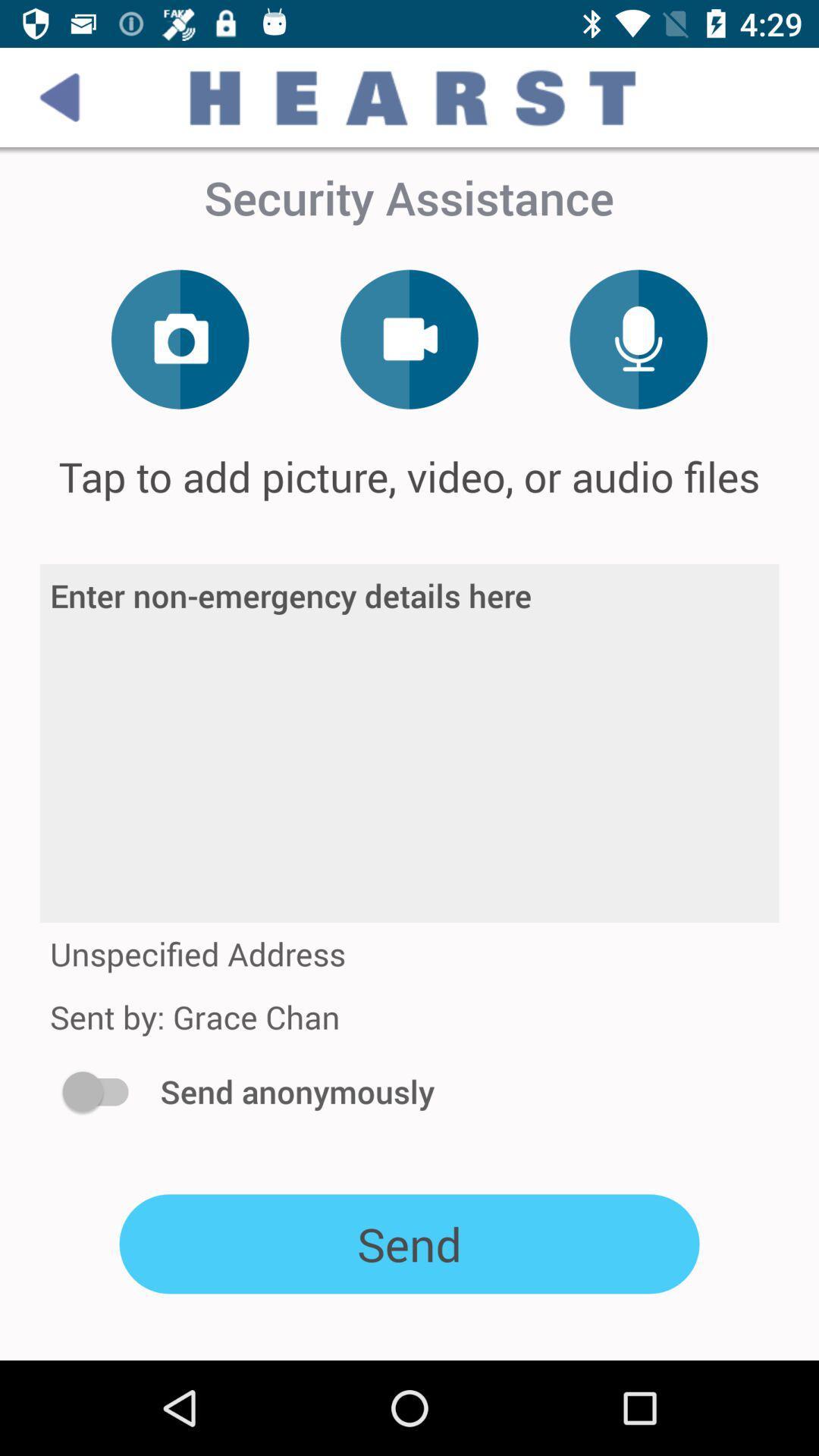 Image resolution: width=819 pixels, height=1456 pixels. I want to click on item above unspecified address, so click(409, 743).